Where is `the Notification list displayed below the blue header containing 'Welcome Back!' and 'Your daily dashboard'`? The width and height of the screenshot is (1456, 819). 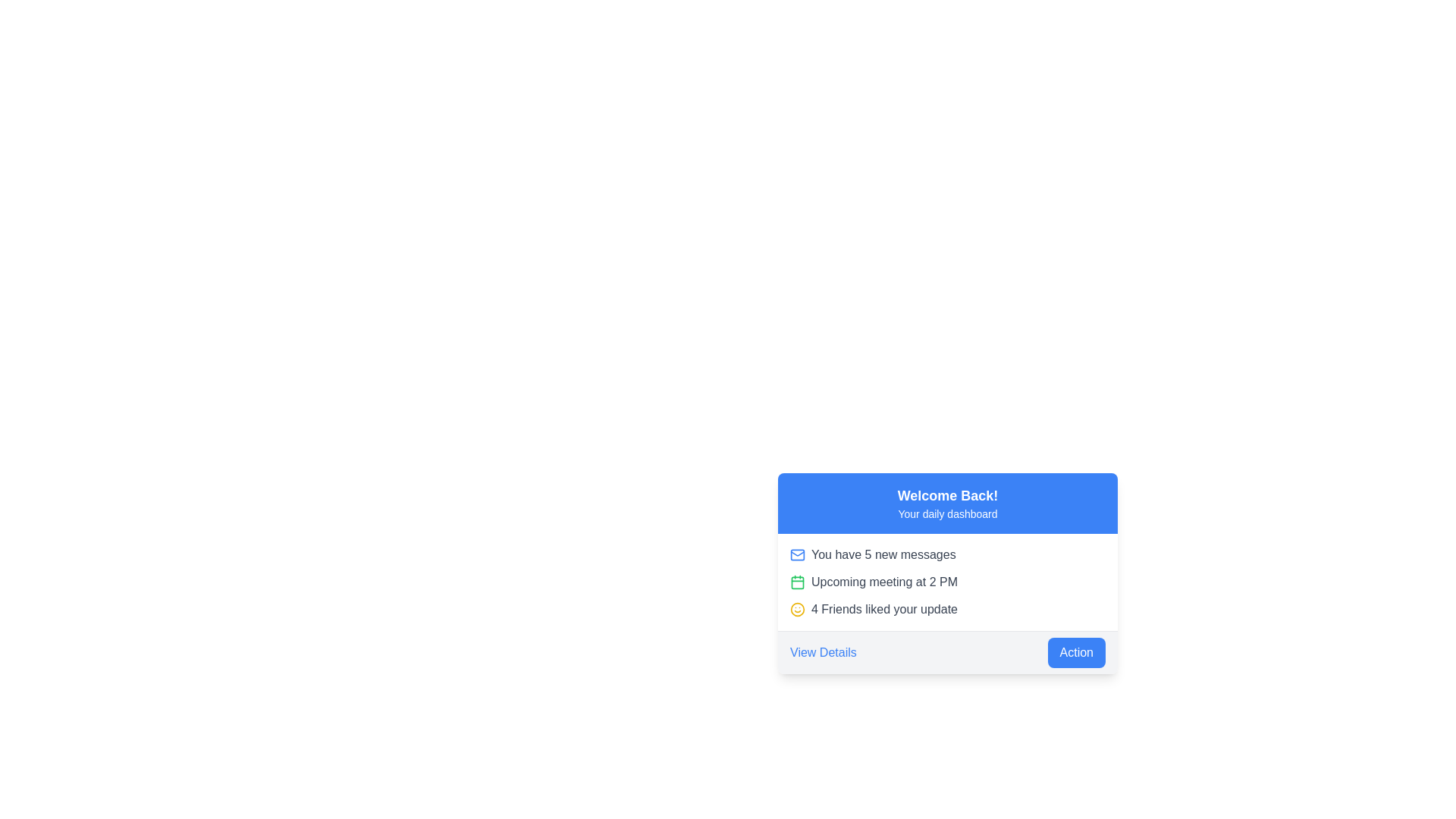
the Notification list displayed below the blue header containing 'Welcome Back!' and 'Your daily dashboard' is located at coordinates (946, 581).